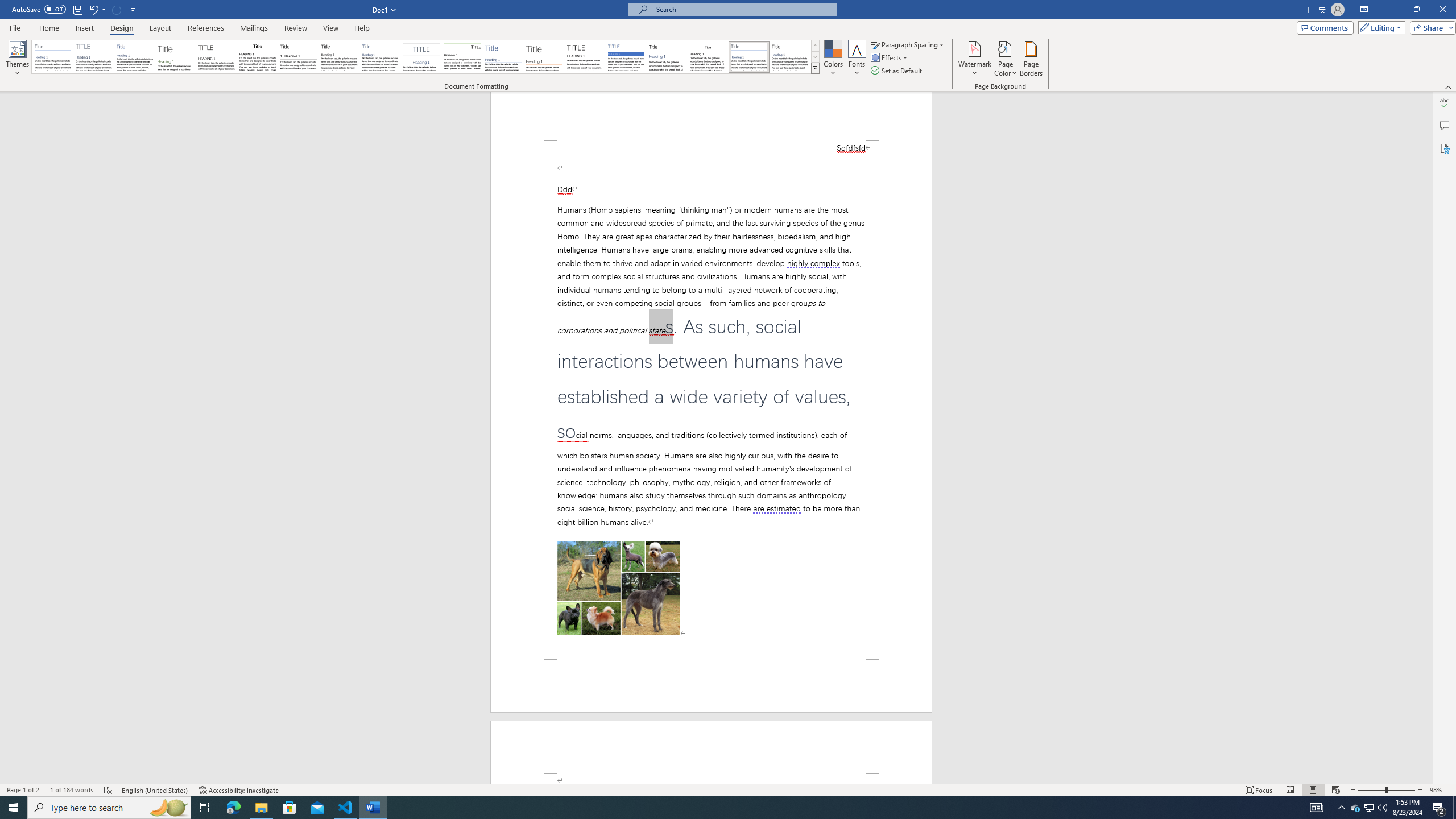 The width and height of the screenshot is (1456, 819). I want to click on 'Black & White (Capitalized)', so click(216, 56).